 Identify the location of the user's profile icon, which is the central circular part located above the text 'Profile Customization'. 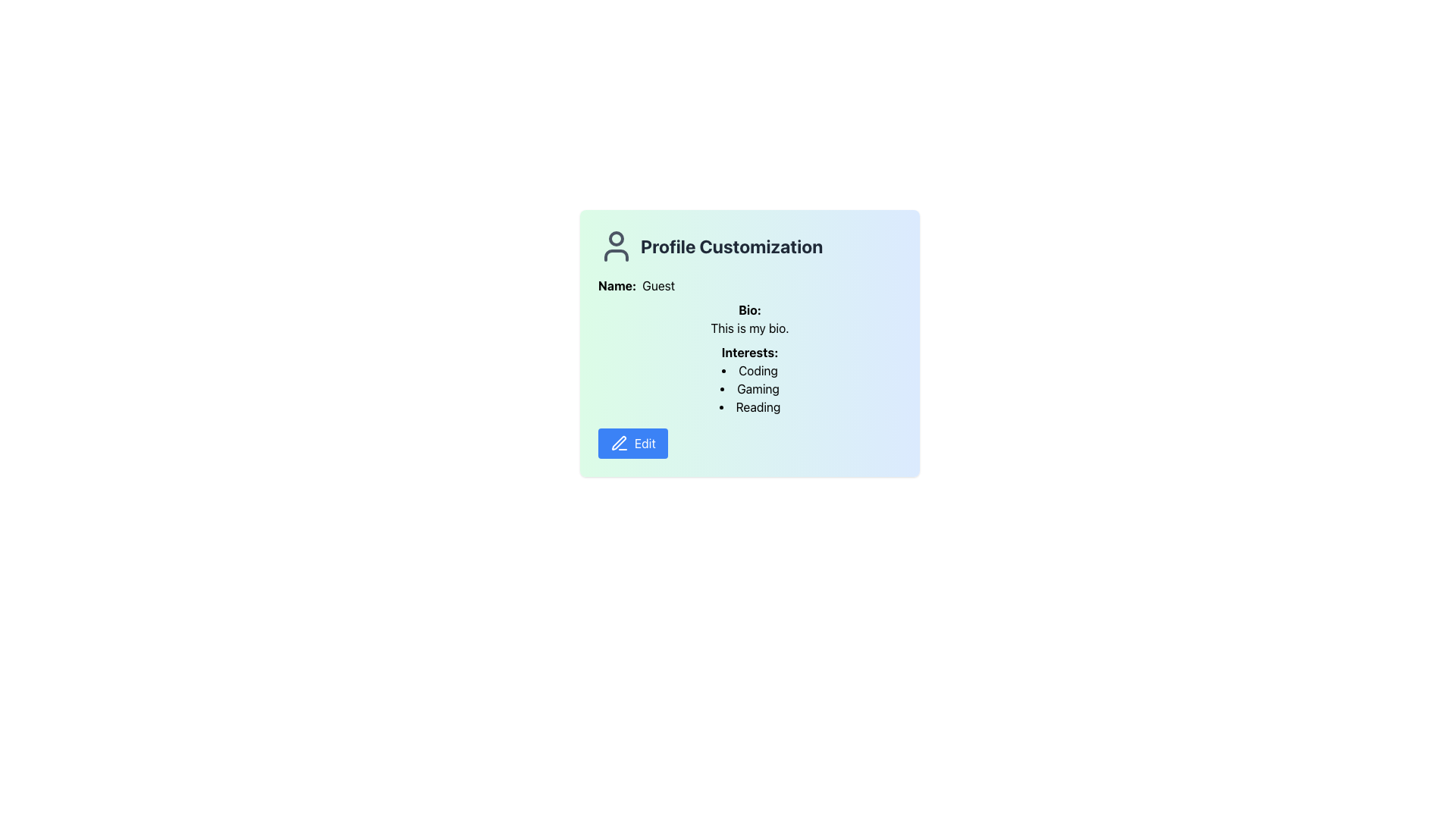
(616, 239).